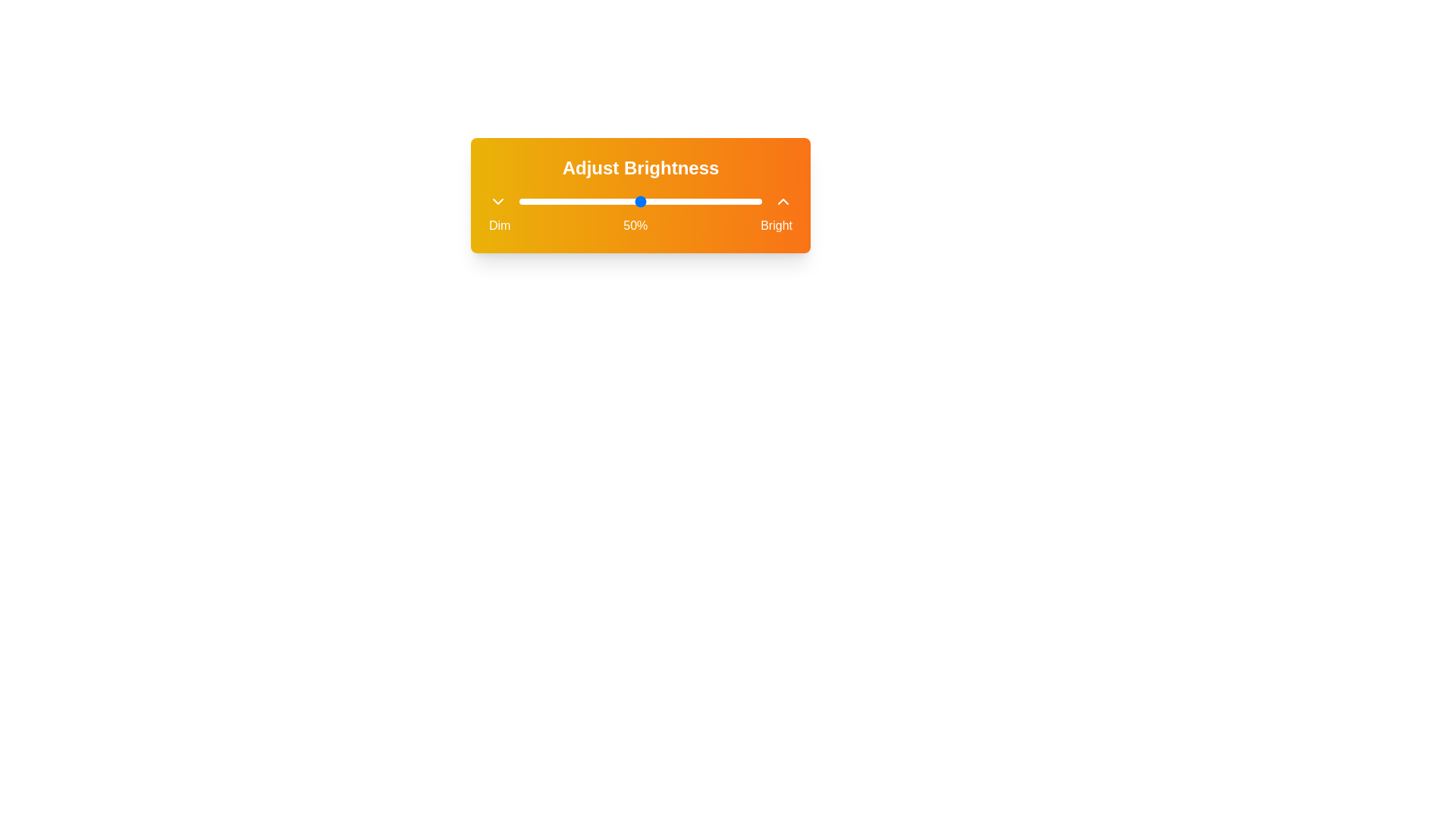 The width and height of the screenshot is (1456, 819). I want to click on the Header Text indicating the purpose of adjusting brightness for visual clarification, so click(640, 168).